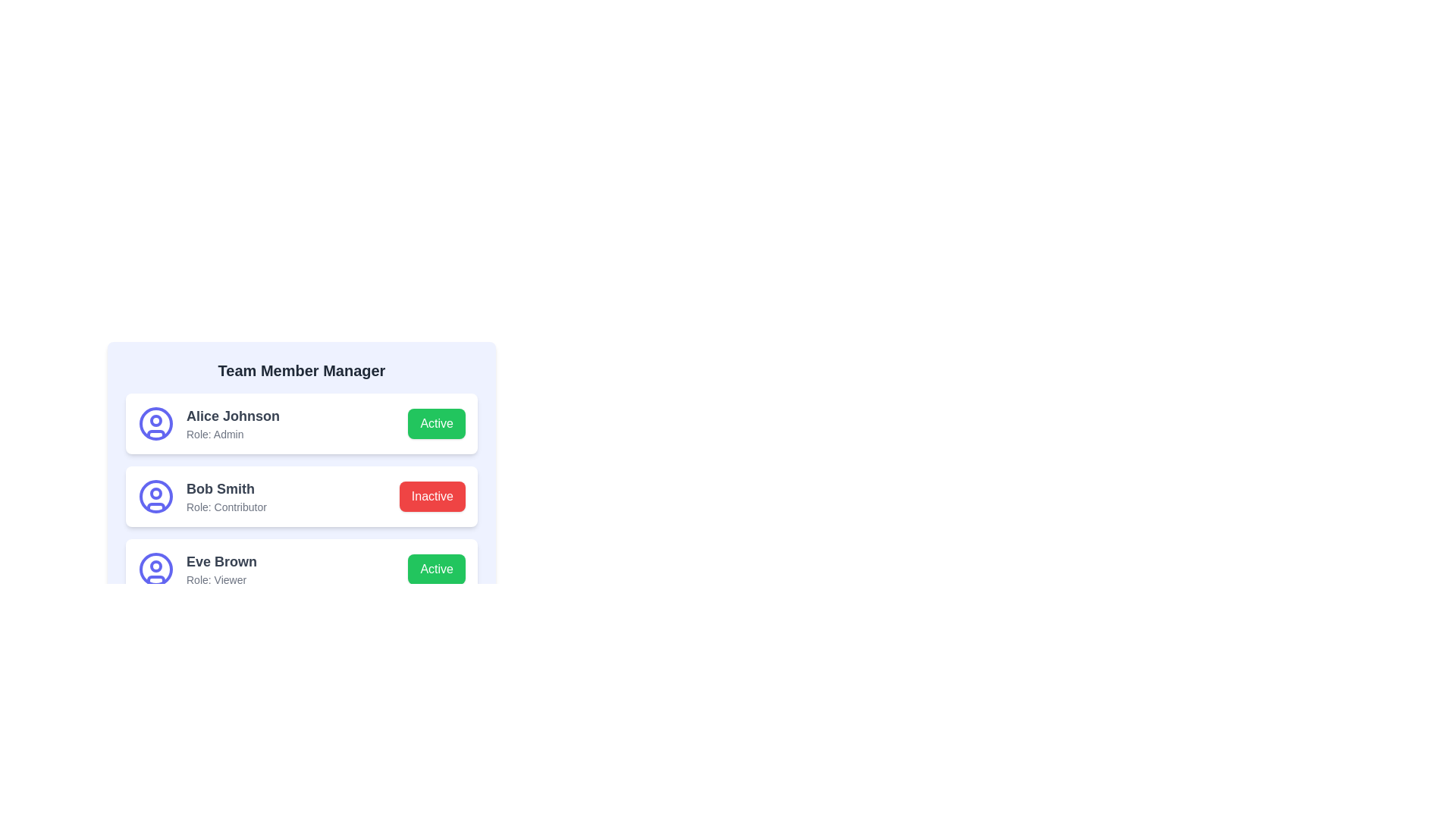 This screenshot has width=1456, height=819. I want to click on the user profile element for 'Alice Johnson', which includes a circular avatar icon and the text details 'Alice Johnson' (bold) and 'Role: Admin' (smaller), so click(208, 424).